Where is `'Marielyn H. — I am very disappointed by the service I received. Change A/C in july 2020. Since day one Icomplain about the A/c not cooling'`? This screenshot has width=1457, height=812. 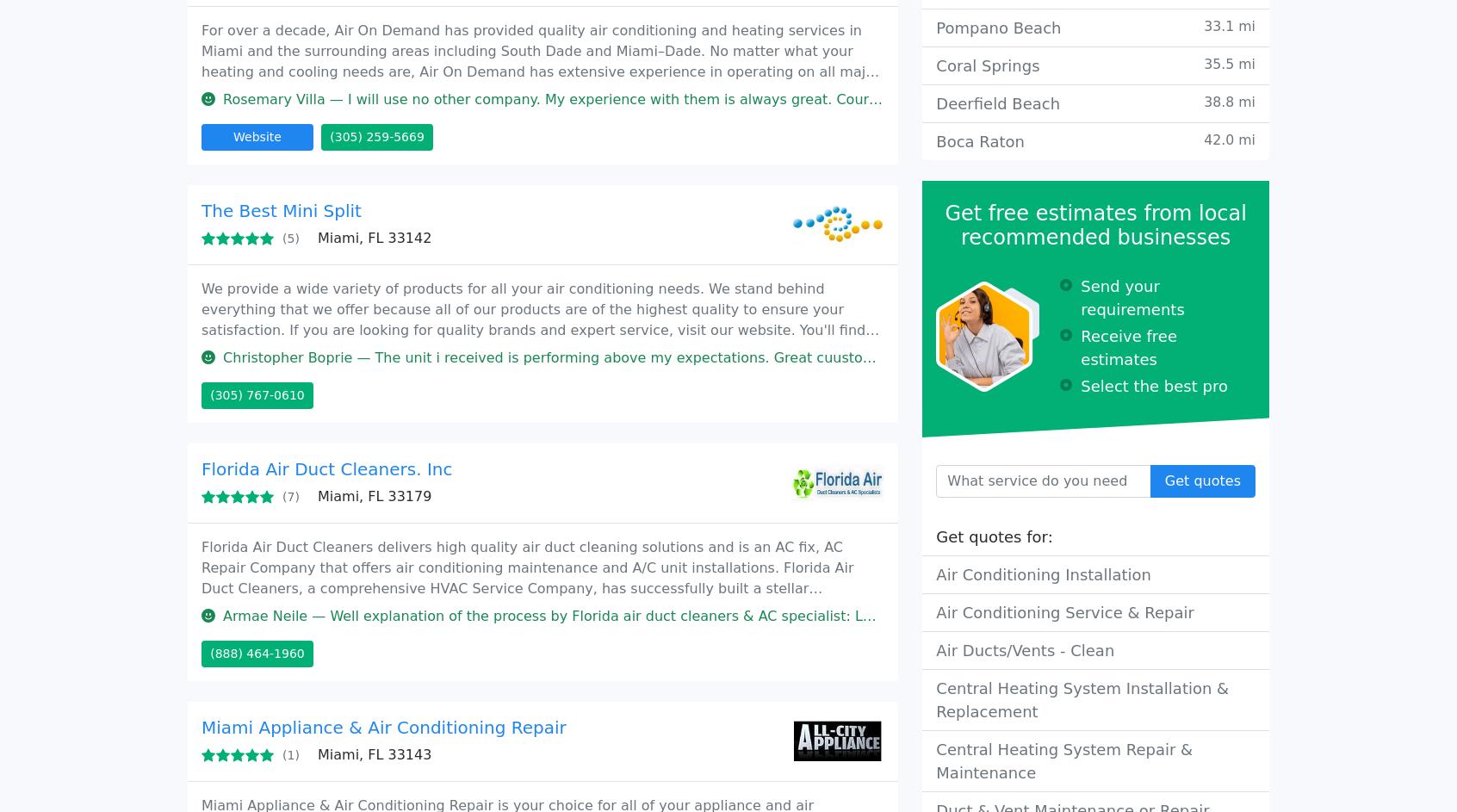 'Marielyn H. — I am very disappointed by the service I received. Change A/C in july 2020. Since day one Icomplain about the A/c not cooling' is located at coordinates (704, 435).